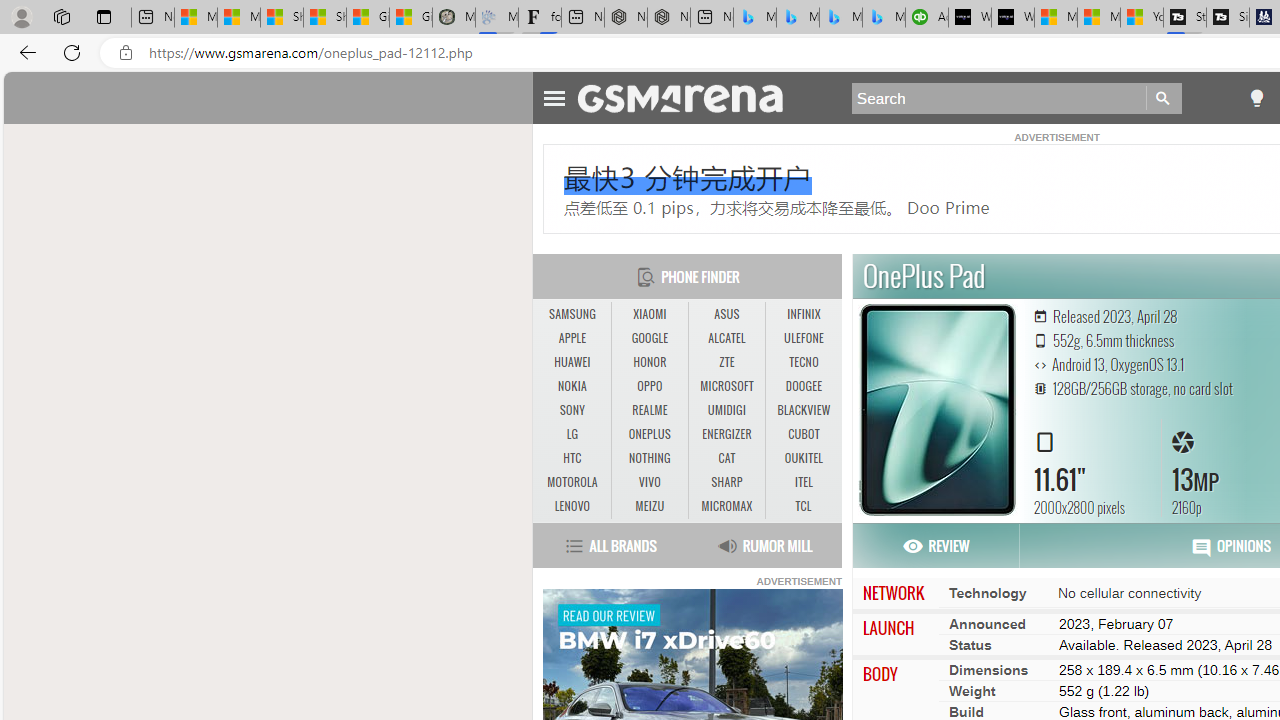  I want to click on 'Gilma and Hector both pose tropical trouble for Hawaii', so click(410, 17).